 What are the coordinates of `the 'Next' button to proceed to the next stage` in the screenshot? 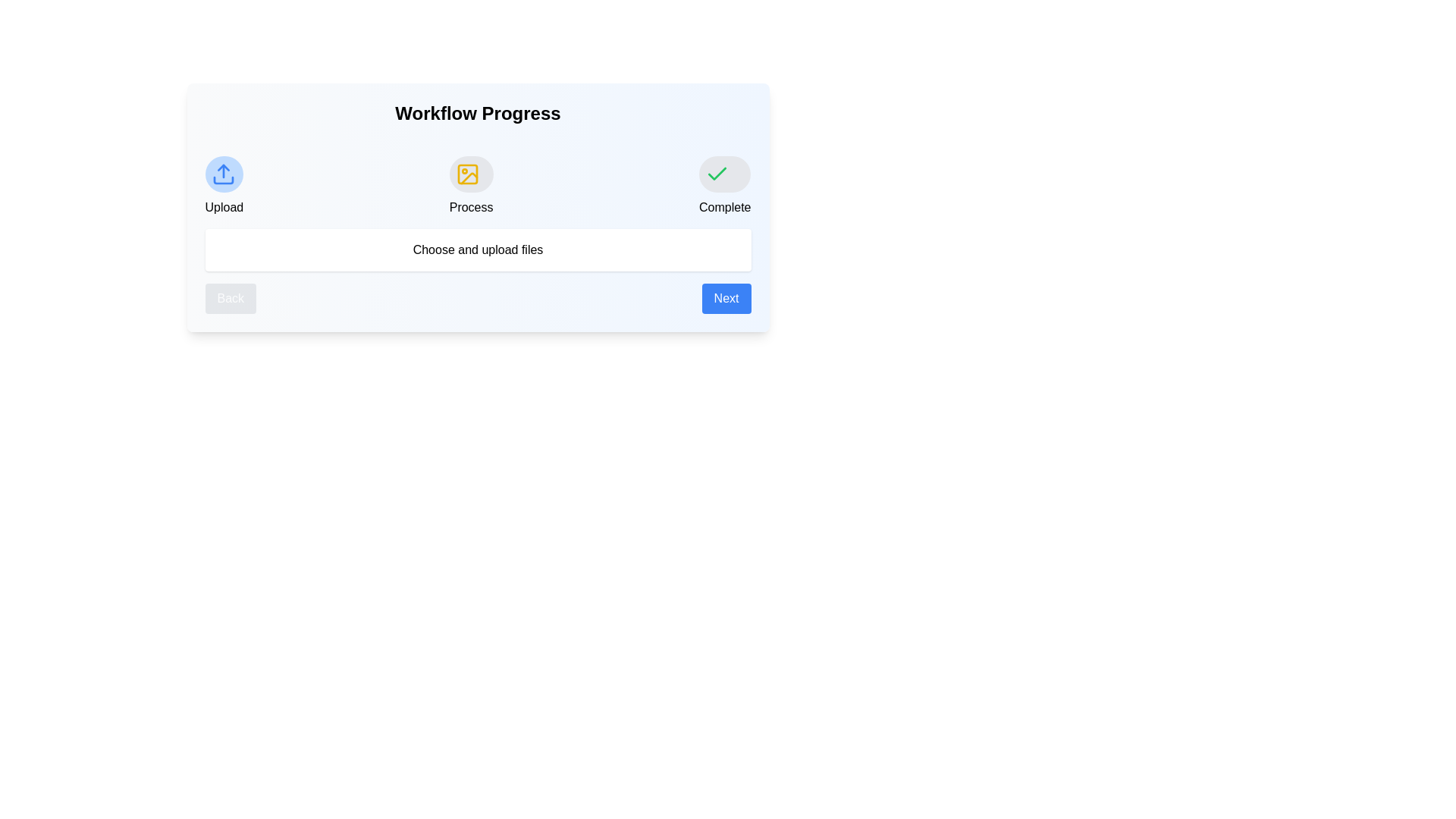 It's located at (726, 298).